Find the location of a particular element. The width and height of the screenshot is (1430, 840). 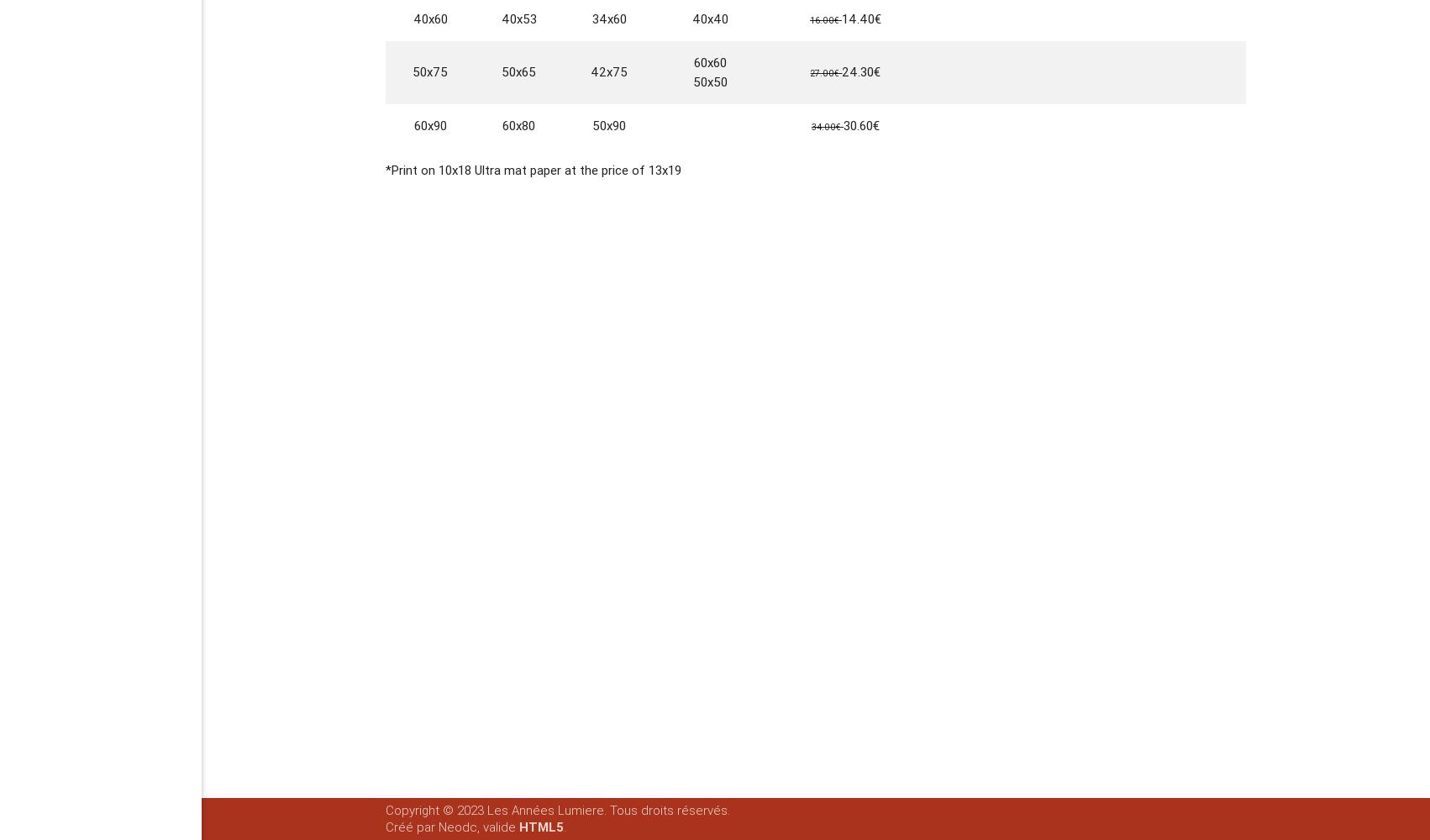

'27.00€' is located at coordinates (826, 72).